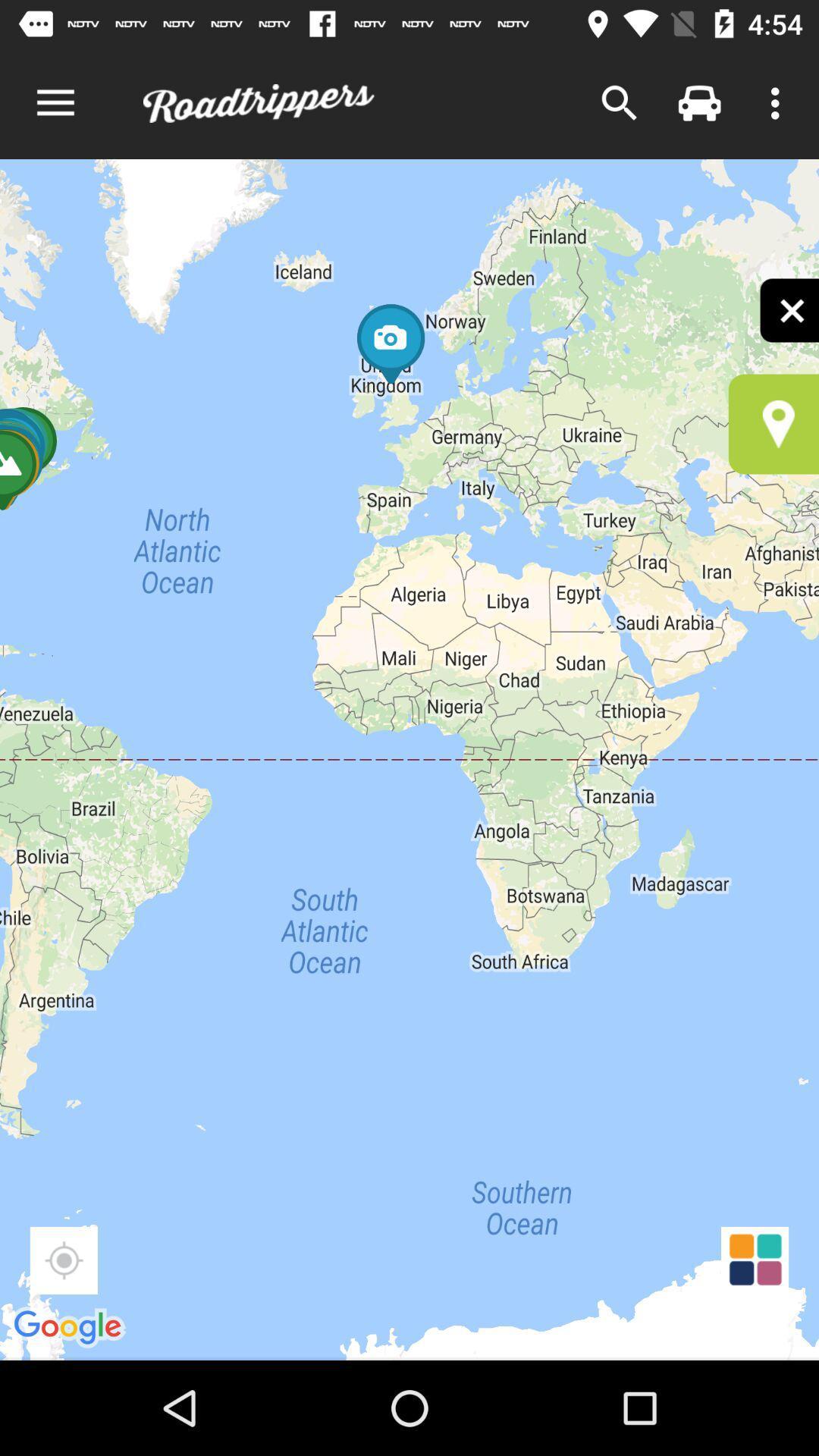  Describe the element at coordinates (773, 424) in the screenshot. I see `the location icon` at that location.